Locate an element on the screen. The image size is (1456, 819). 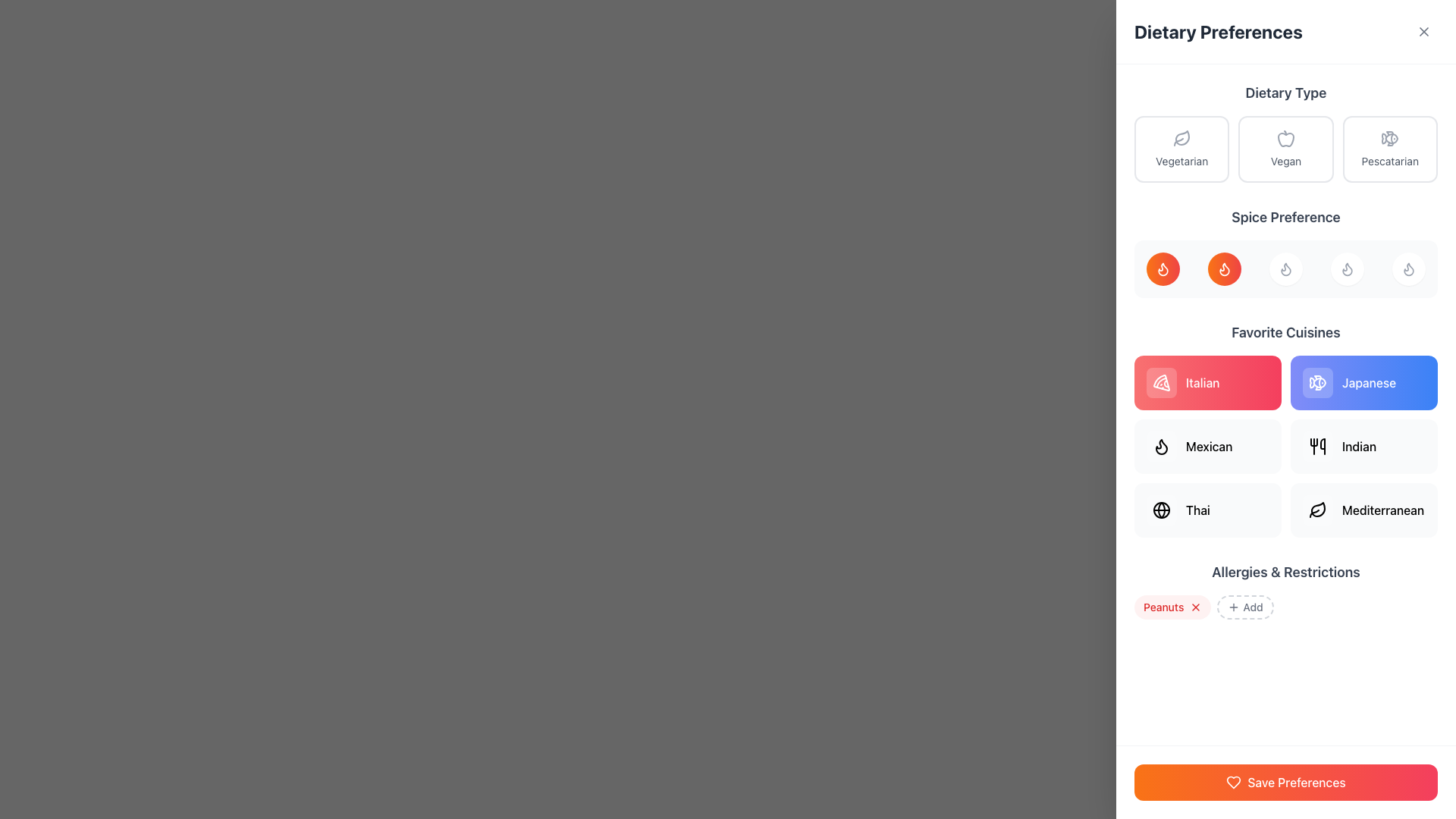
the 'Mediterranean' cuisine icon located in the 'Favorite Cuisines' section, which is the last box on the right in the grid layout is located at coordinates (1316, 510).